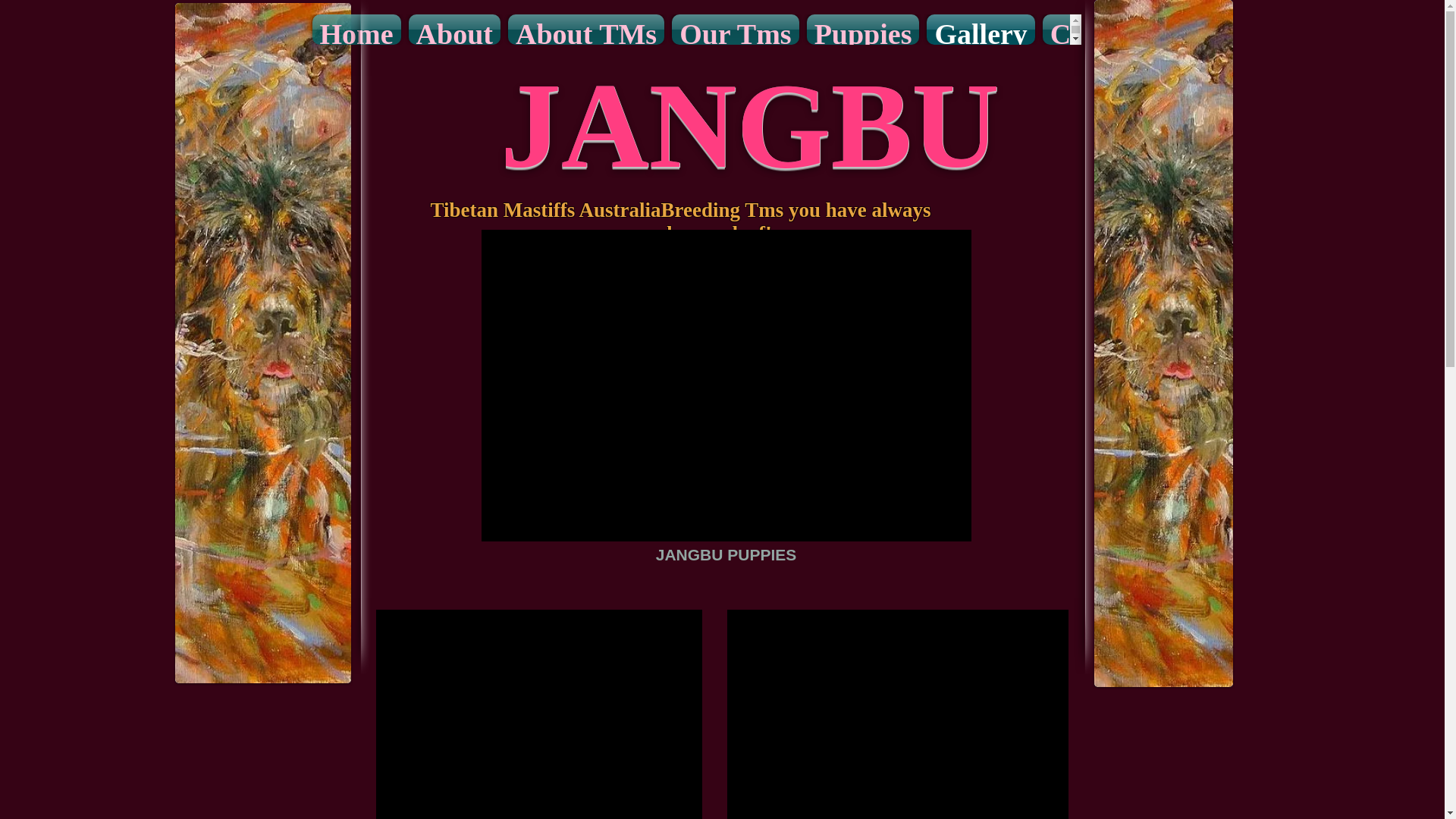 This screenshot has width=1456, height=819. What do you see at coordinates (453, 29) in the screenshot?
I see `'About'` at bounding box center [453, 29].